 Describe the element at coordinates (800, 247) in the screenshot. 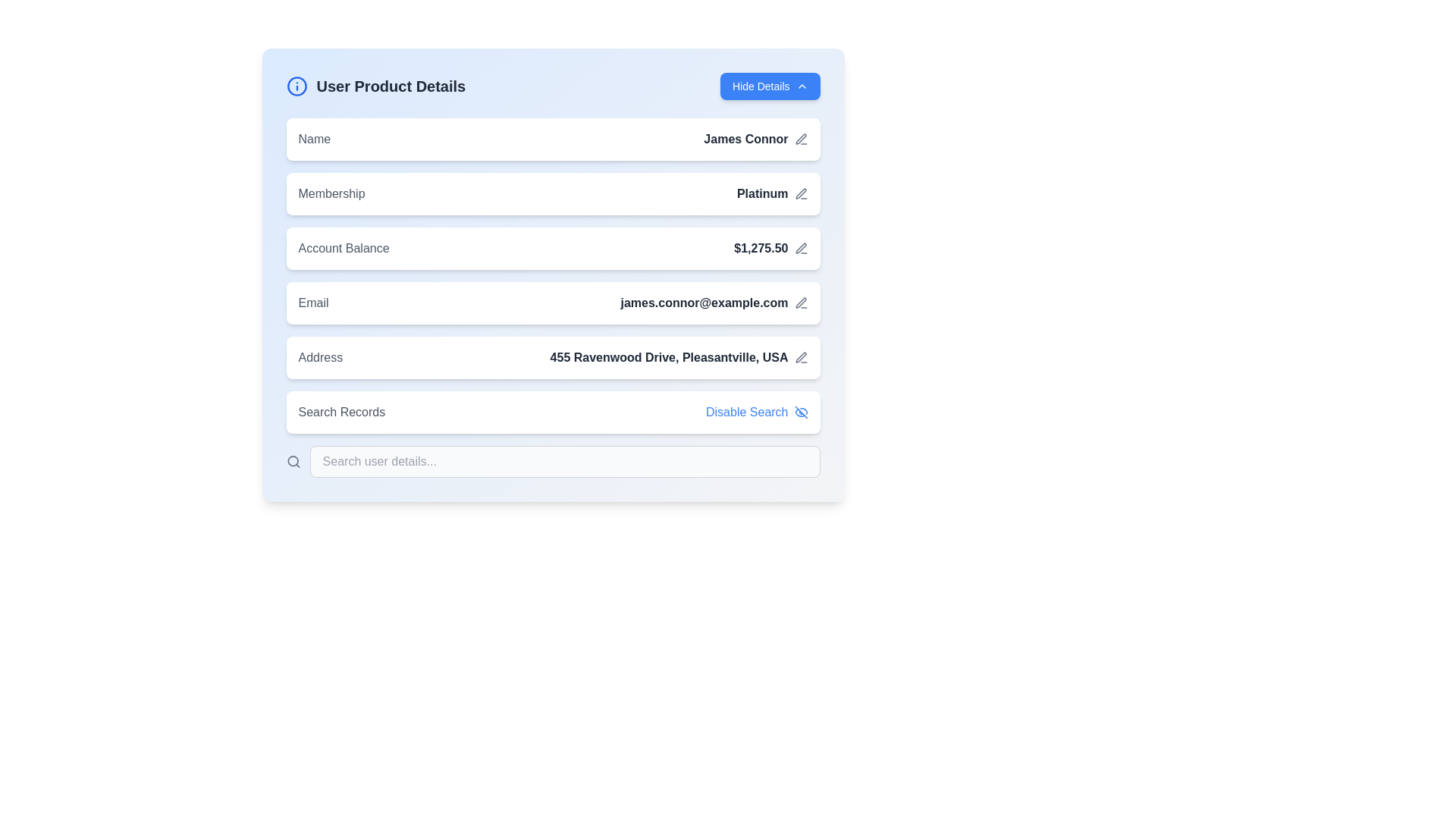

I see `the pen icon located to the right of the '$1,275.50' value in the 'Account Balance' row to initiate an edit for the account balance` at that location.